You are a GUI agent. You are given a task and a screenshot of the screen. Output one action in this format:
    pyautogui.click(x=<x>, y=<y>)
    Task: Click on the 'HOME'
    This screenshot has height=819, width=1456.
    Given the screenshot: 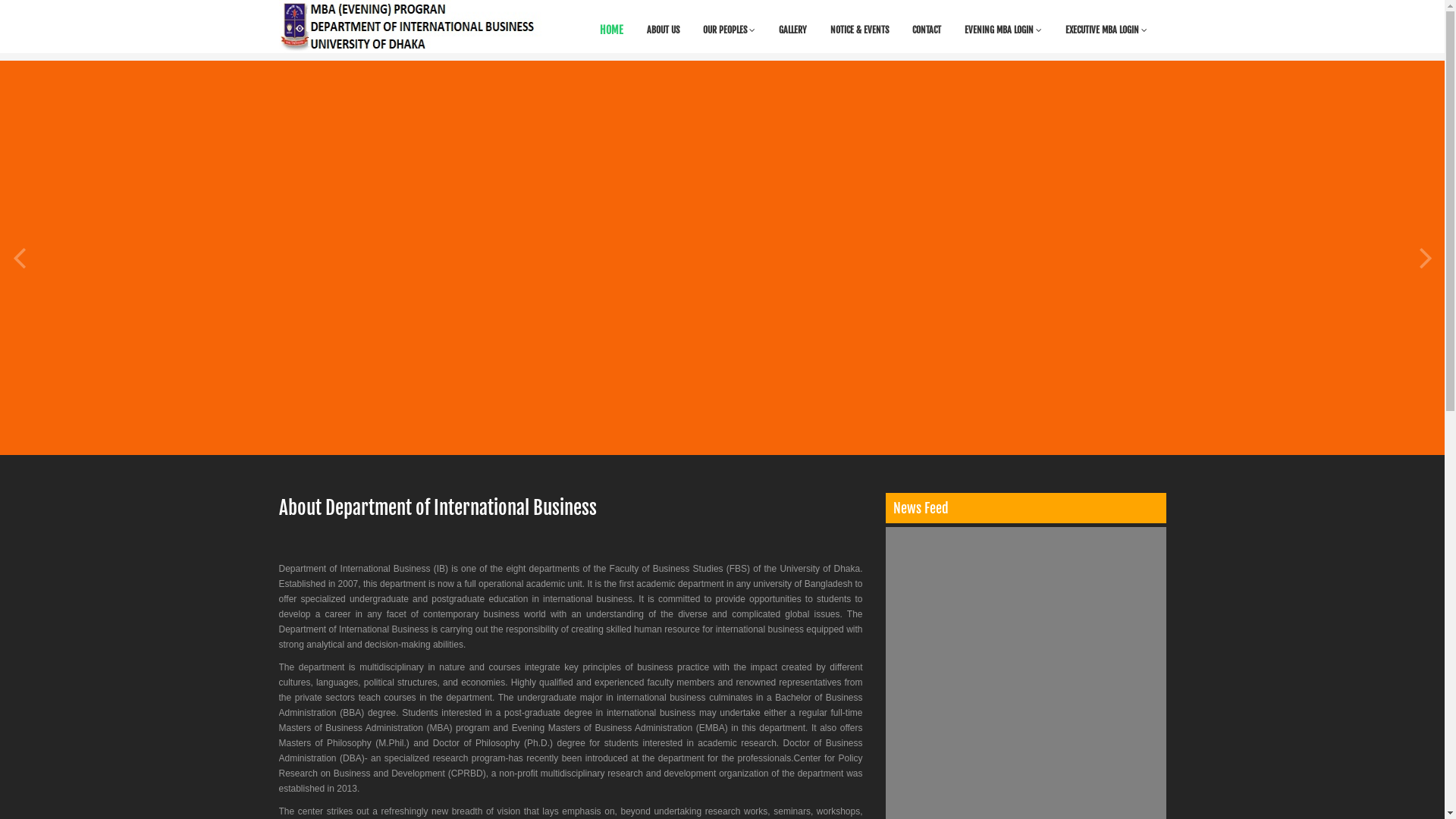 What is the action you would take?
    pyautogui.click(x=611, y=30)
    